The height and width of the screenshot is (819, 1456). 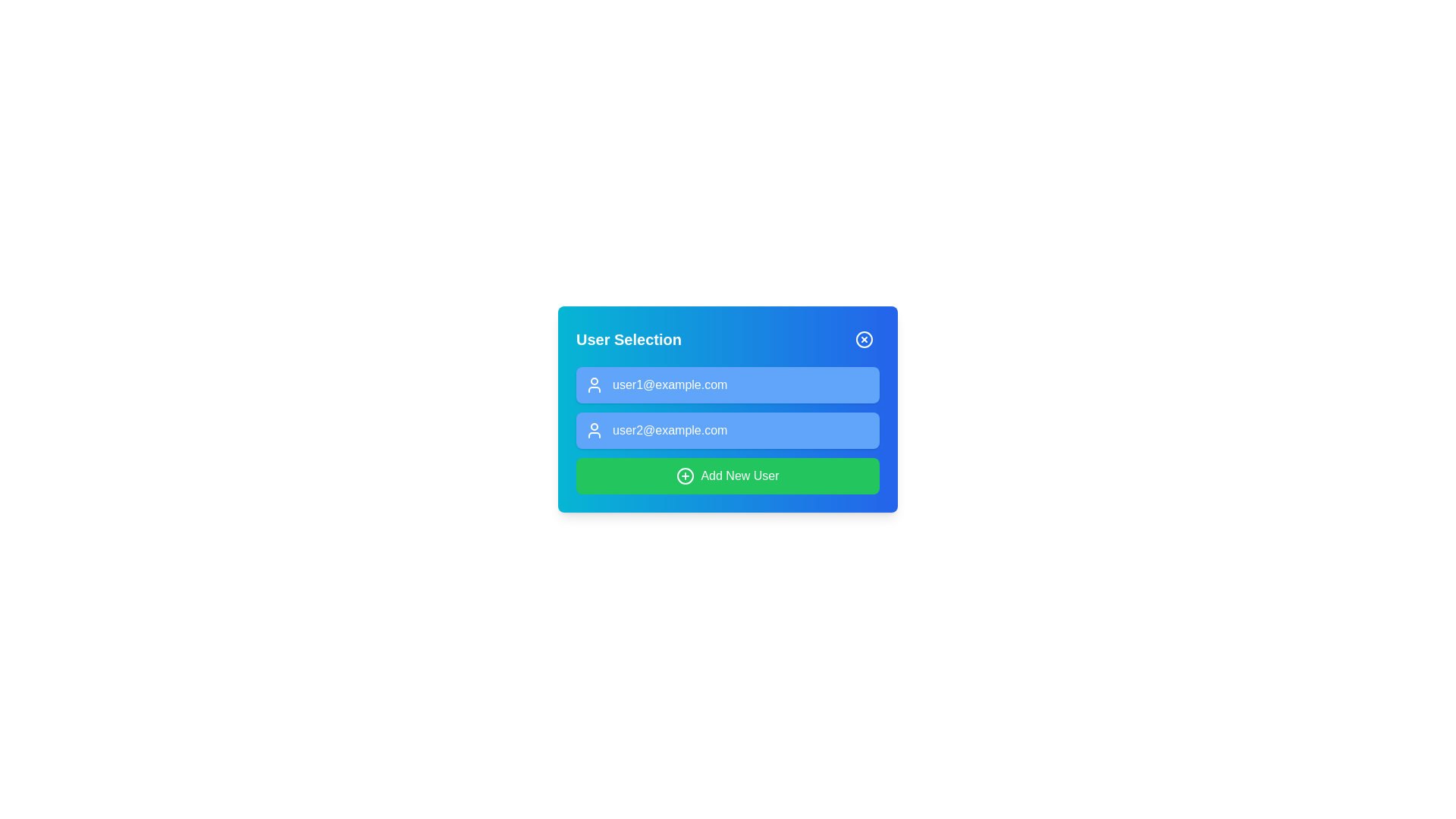 I want to click on the dialog title area to inspect it, so click(x=629, y=338).